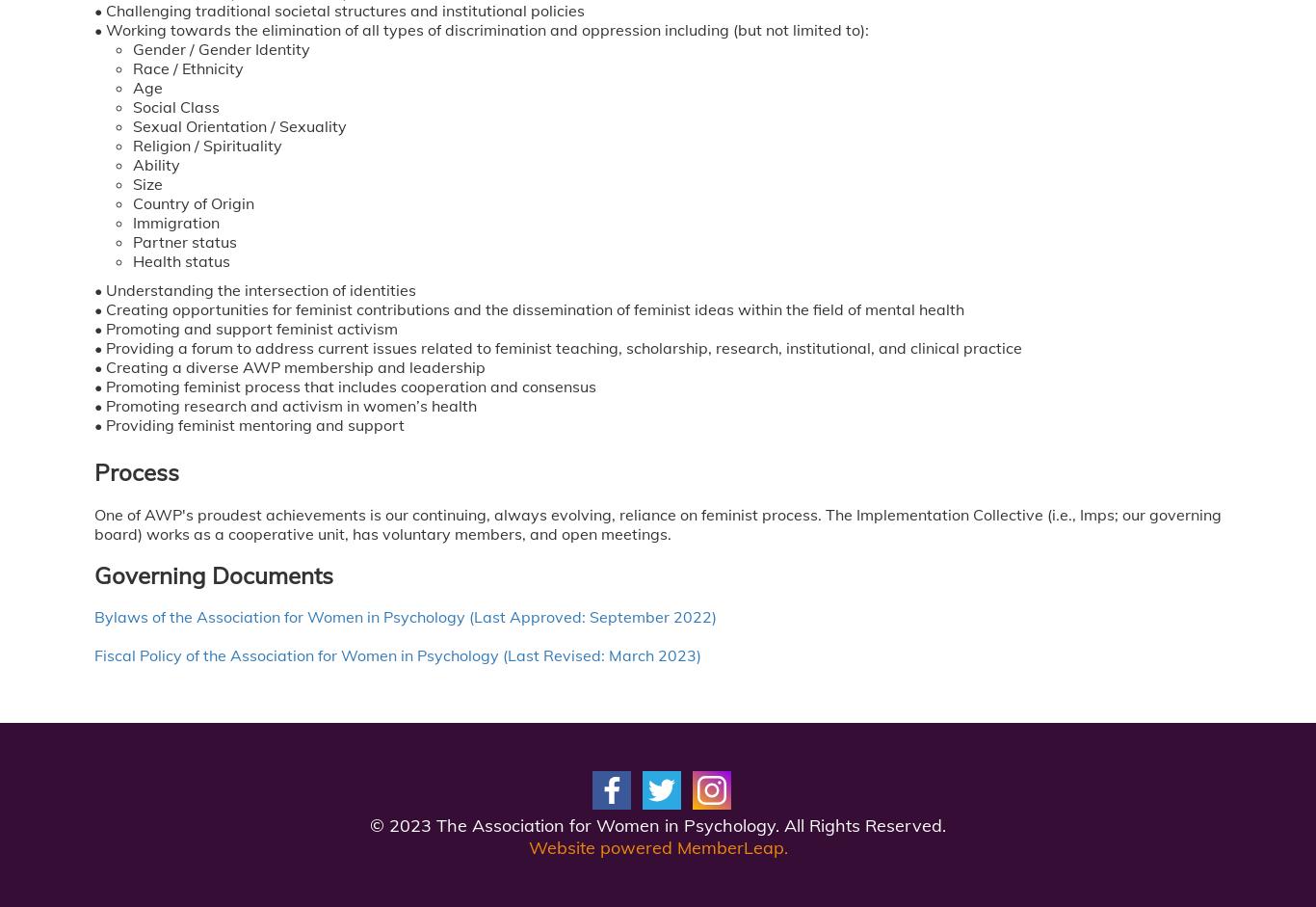 This screenshot has width=1316, height=907. Describe the element at coordinates (175, 106) in the screenshot. I see `'Social Class'` at that location.